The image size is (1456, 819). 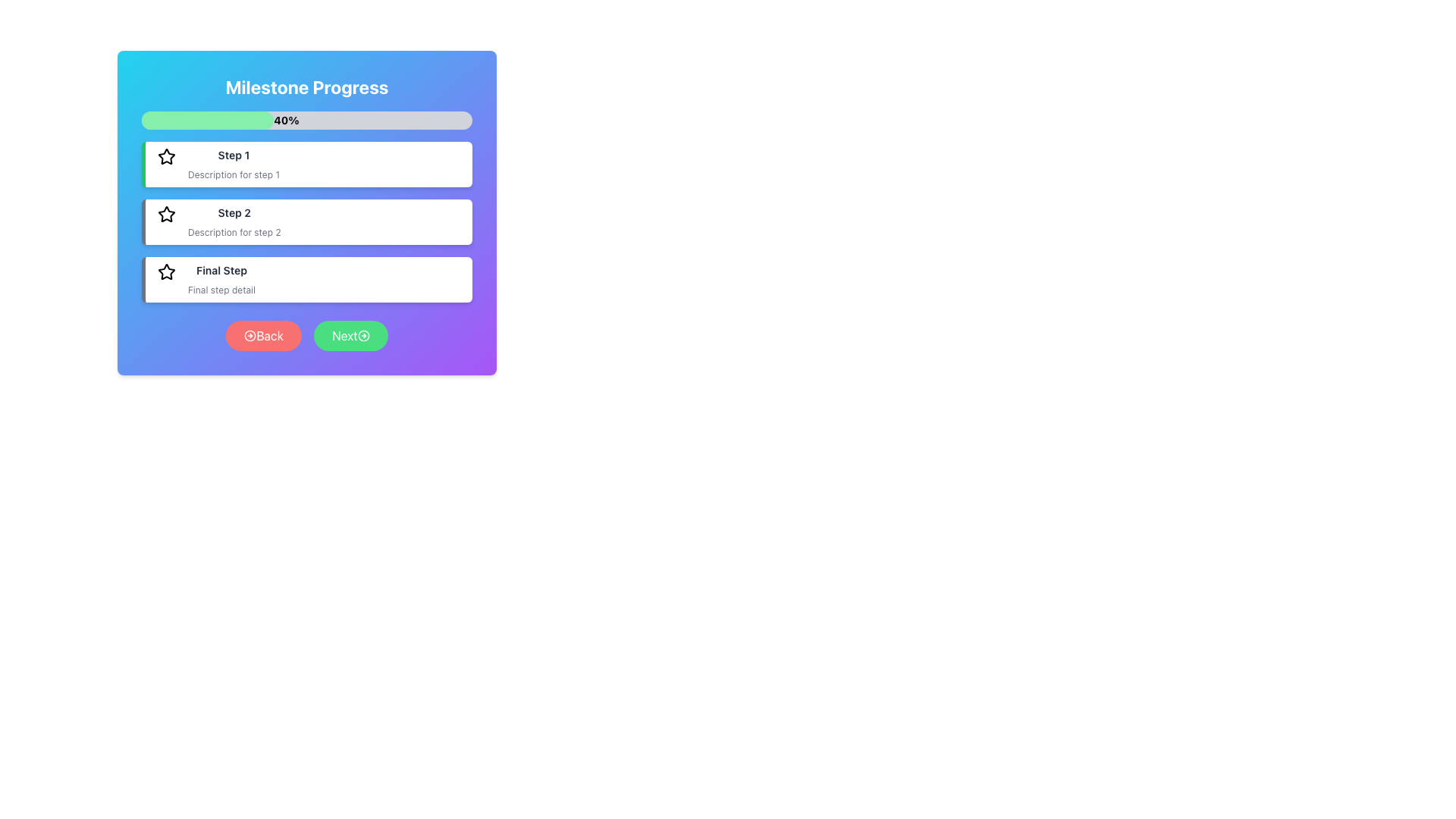 What do you see at coordinates (362, 335) in the screenshot?
I see `the green round button labeled 'Next' that contains a decorative icon with a right-pointing arrow to proceed` at bounding box center [362, 335].